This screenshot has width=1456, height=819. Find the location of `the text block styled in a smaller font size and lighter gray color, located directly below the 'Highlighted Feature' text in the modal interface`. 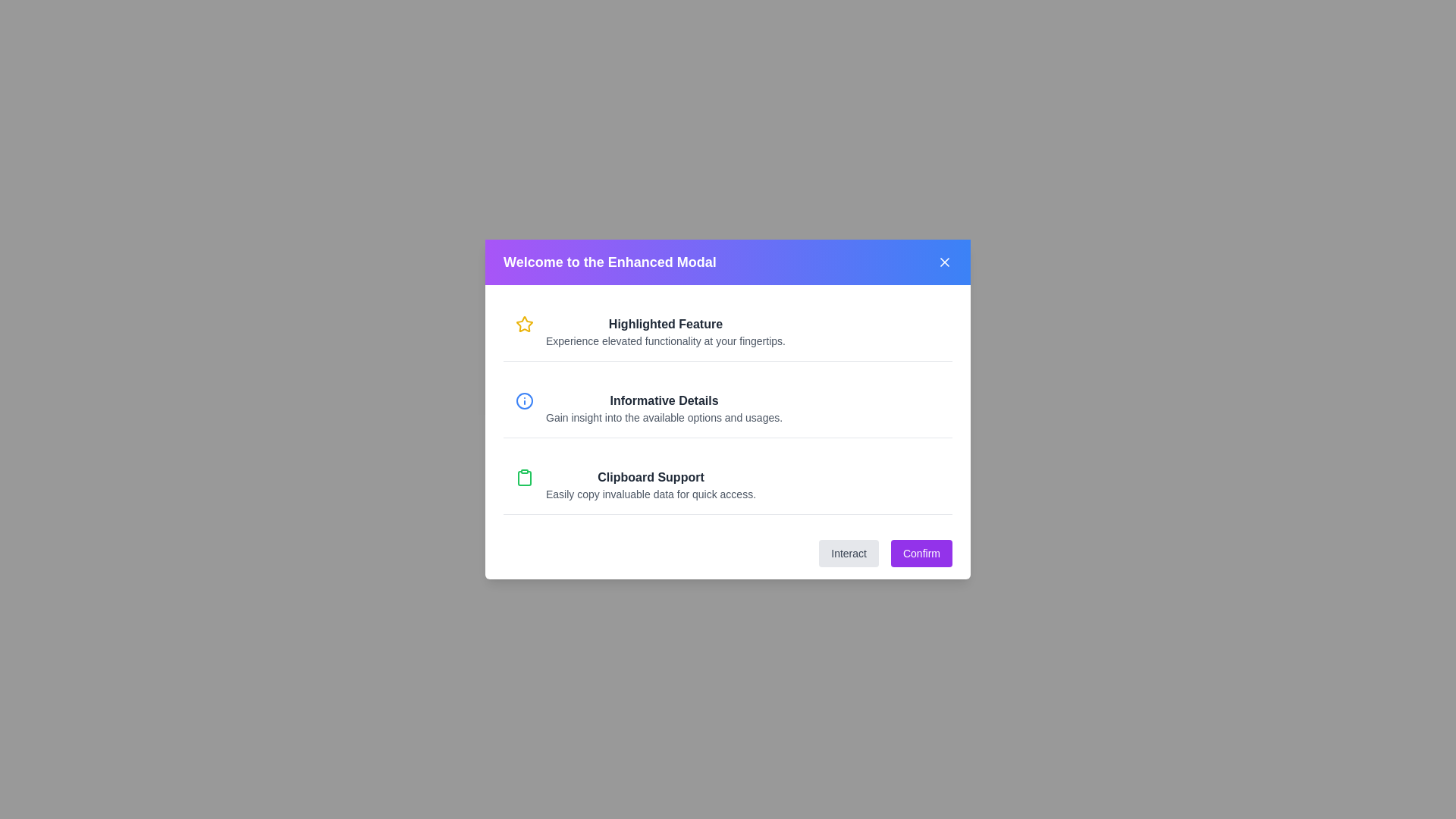

the text block styled in a smaller font size and lighter gray color, located directly below the 'Highlighted Feature' text in the modal interface is located at coordinates (666, 341).